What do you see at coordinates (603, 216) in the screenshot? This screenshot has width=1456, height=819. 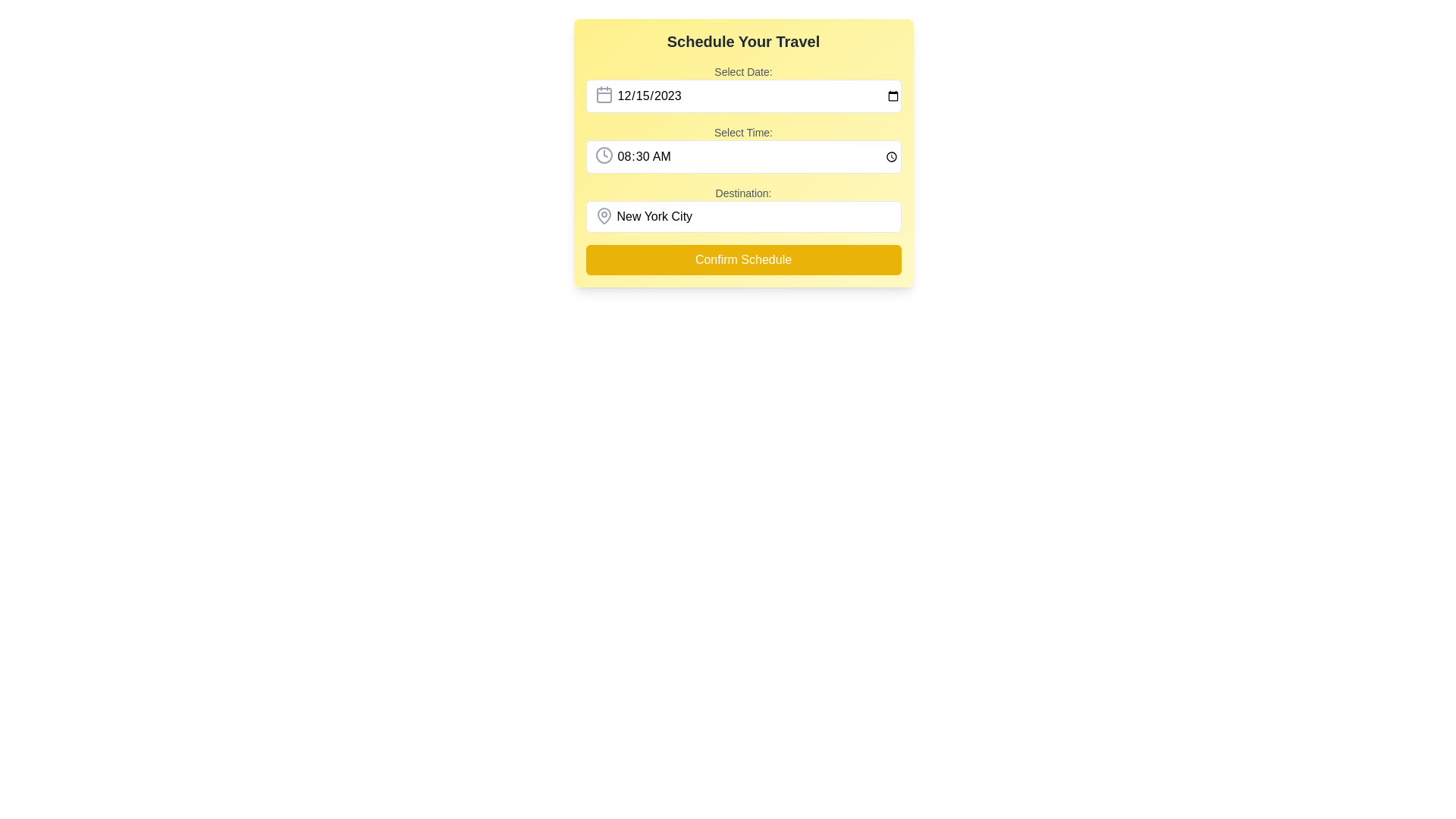 I see `the map pin SVG icon located to the left of the 'New York City' text in the 'Destination' input field` at bounding box center [603, 216].